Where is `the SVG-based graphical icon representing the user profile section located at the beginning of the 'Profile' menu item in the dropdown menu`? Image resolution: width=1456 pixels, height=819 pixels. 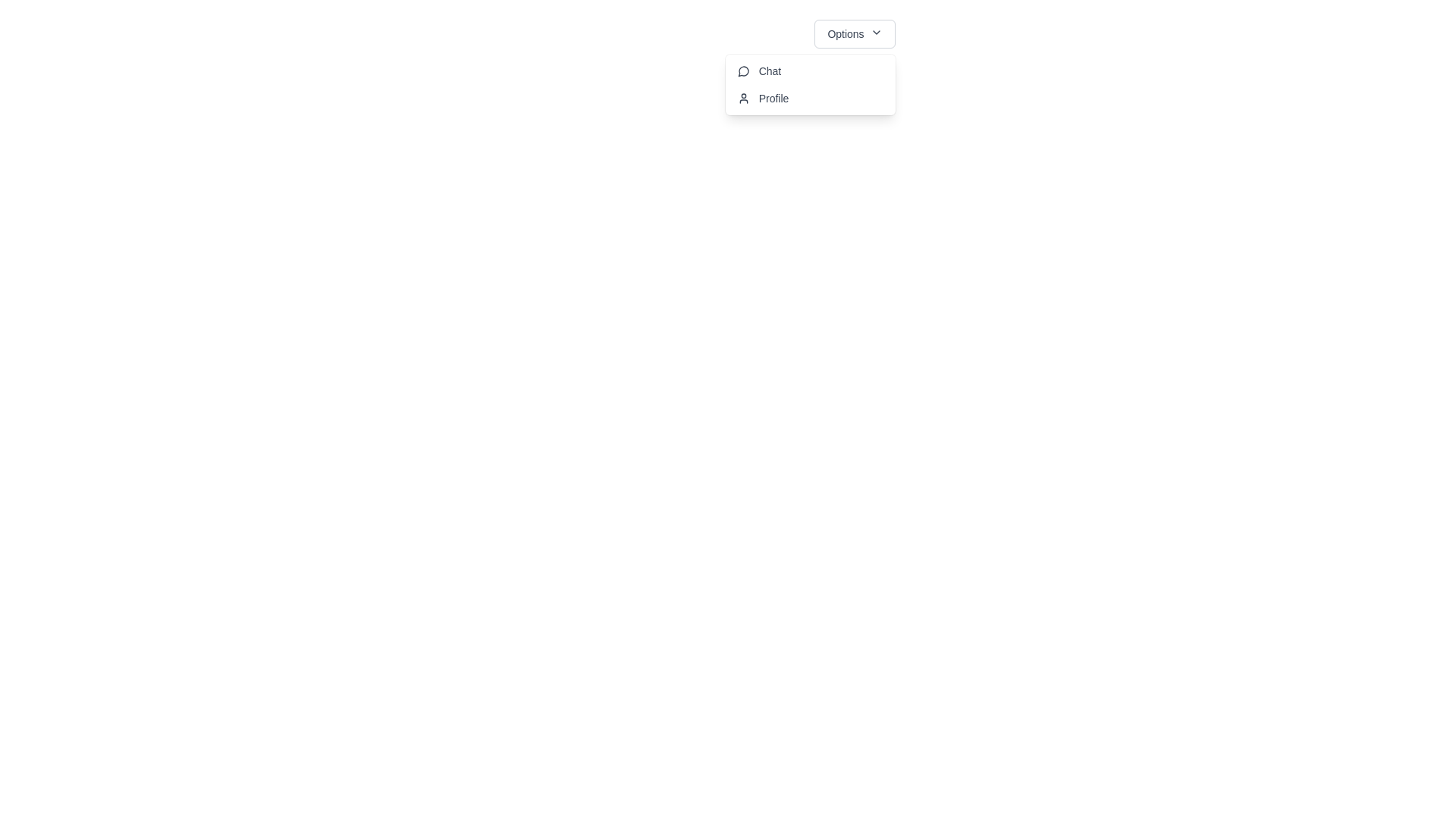
the SVG-based graphical icon representing the user profile section located at the beginning of the 'Profile' menu item in the dropdown menu is located at coordinates (743, 99).